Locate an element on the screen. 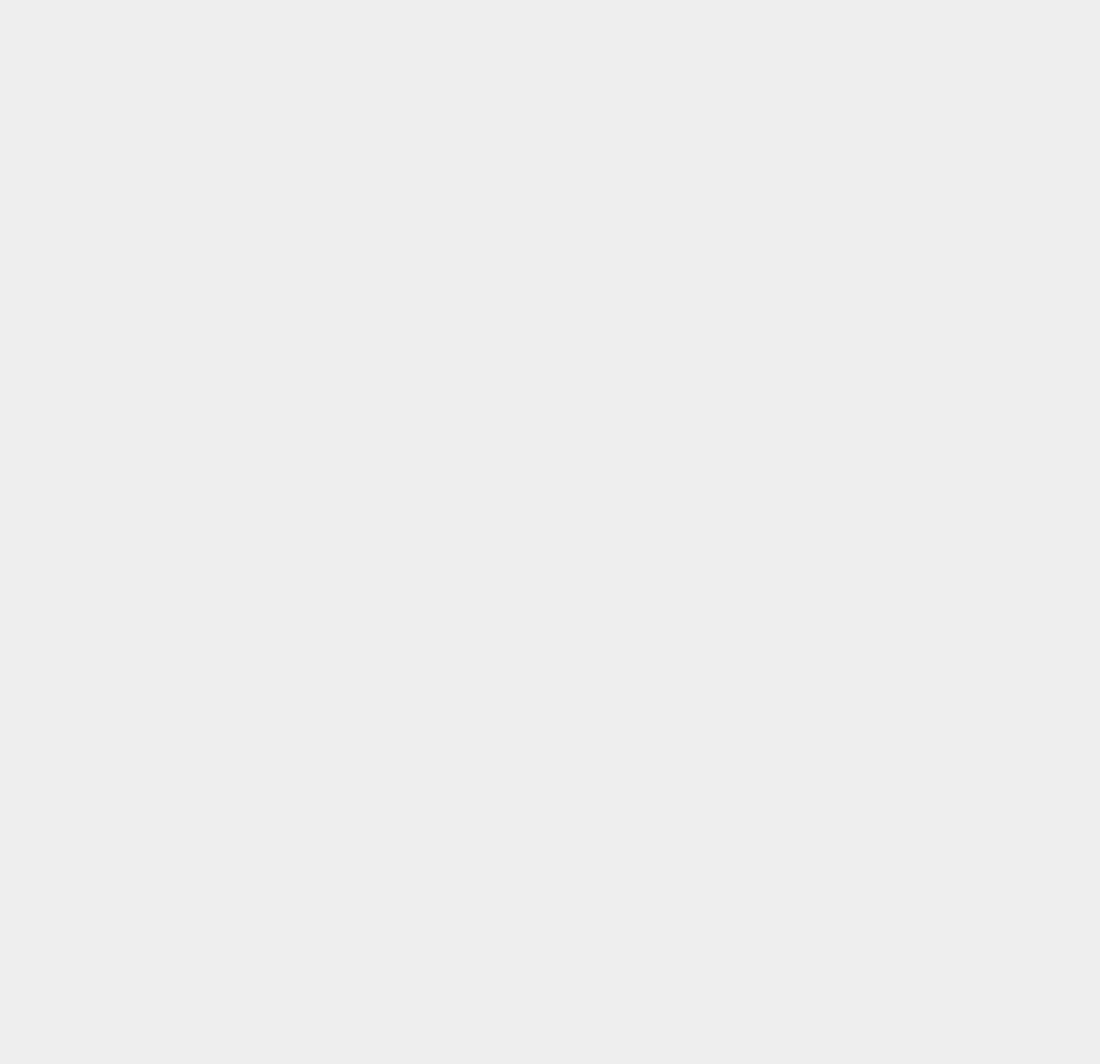 The image size is (1100, 1064). 'Windows Phone' is located at coordinates (826, 925).